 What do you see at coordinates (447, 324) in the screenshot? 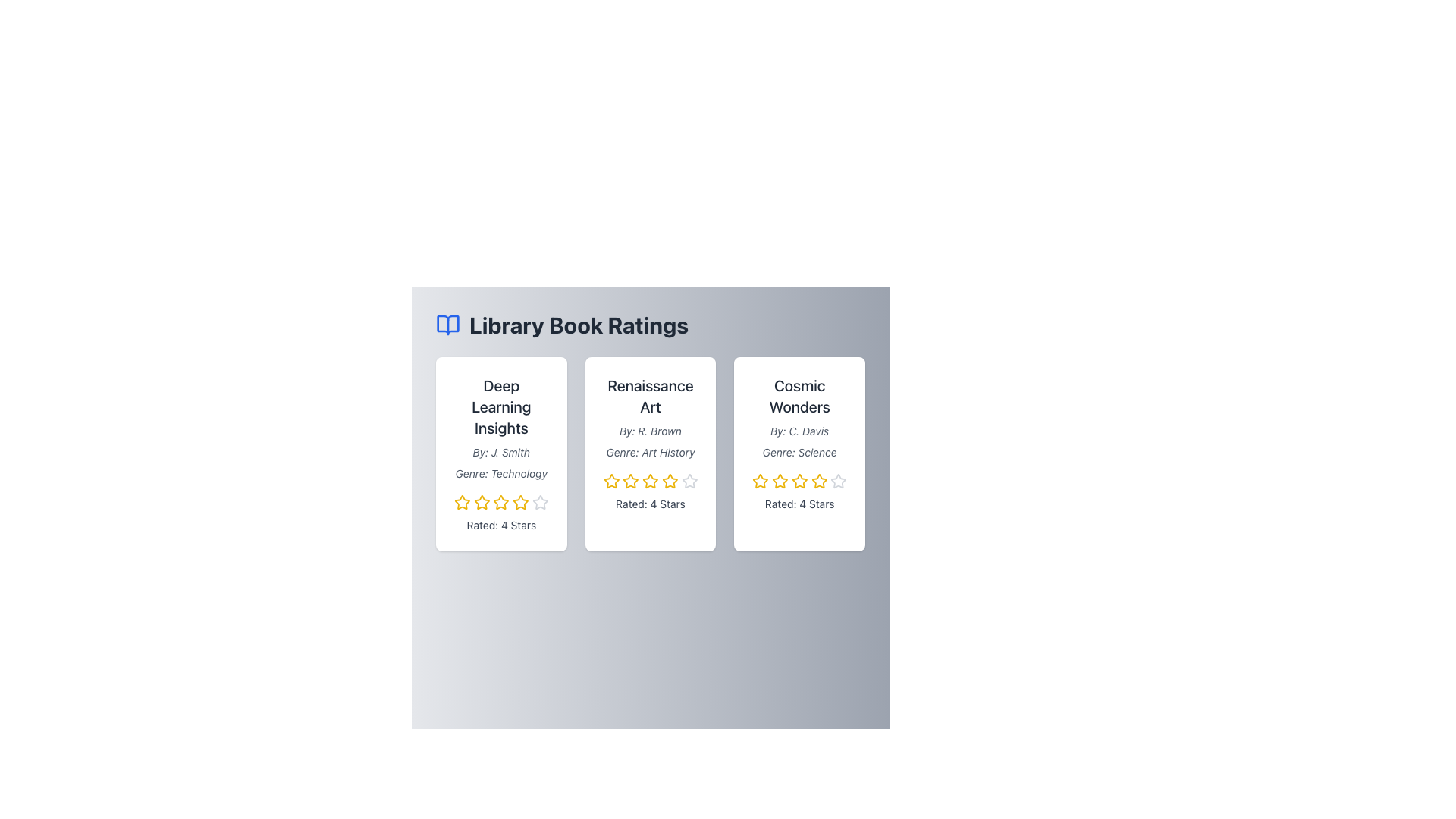
I see `the decorative book icon located at the top-left corner of the interface, to the left of the 'Library Book Ratings' header` at bounding box center [447, 324].